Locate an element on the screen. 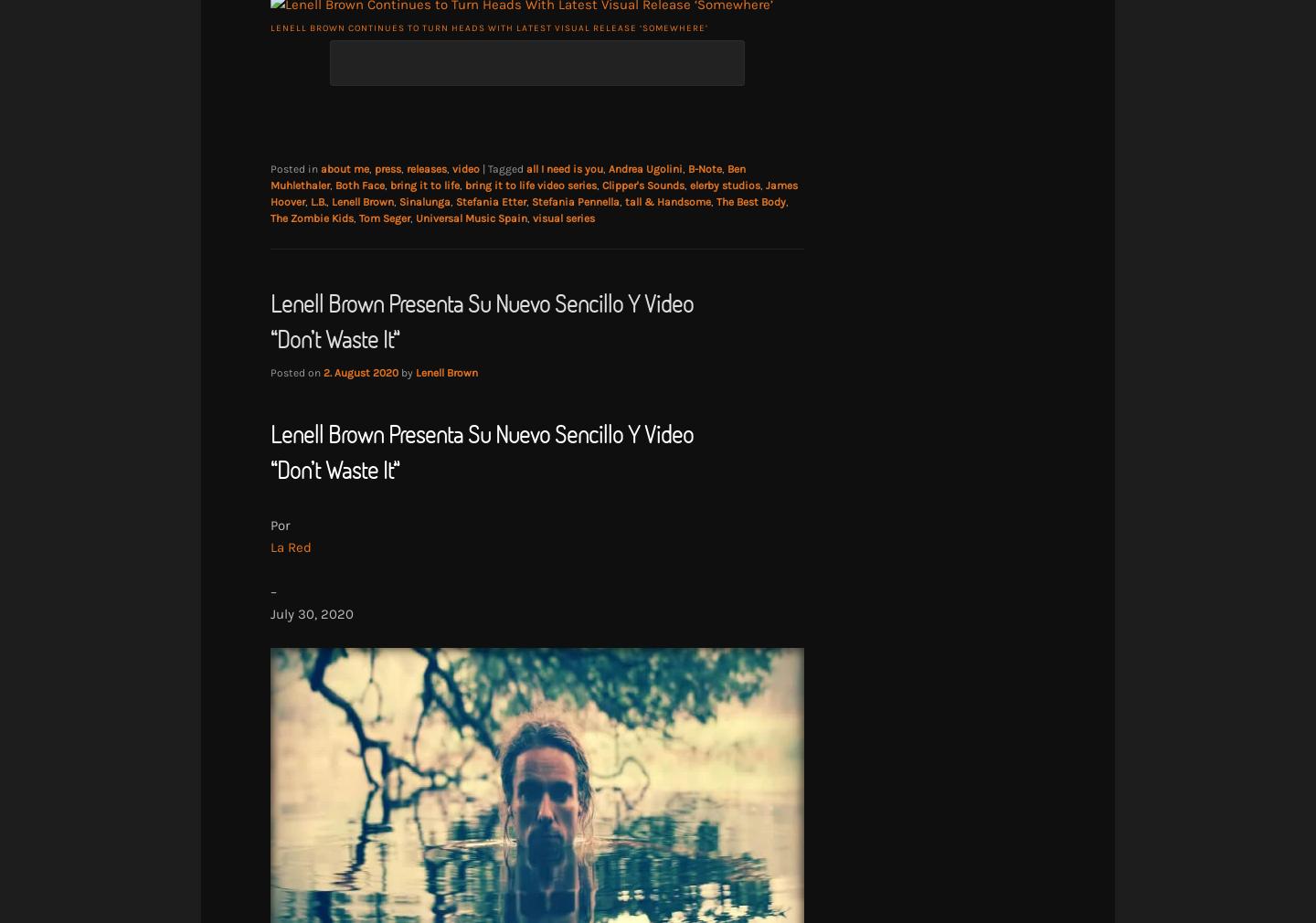 The width and height of the screenshot is (1316, 923). 'about me' is located at coordinates (320, 168).